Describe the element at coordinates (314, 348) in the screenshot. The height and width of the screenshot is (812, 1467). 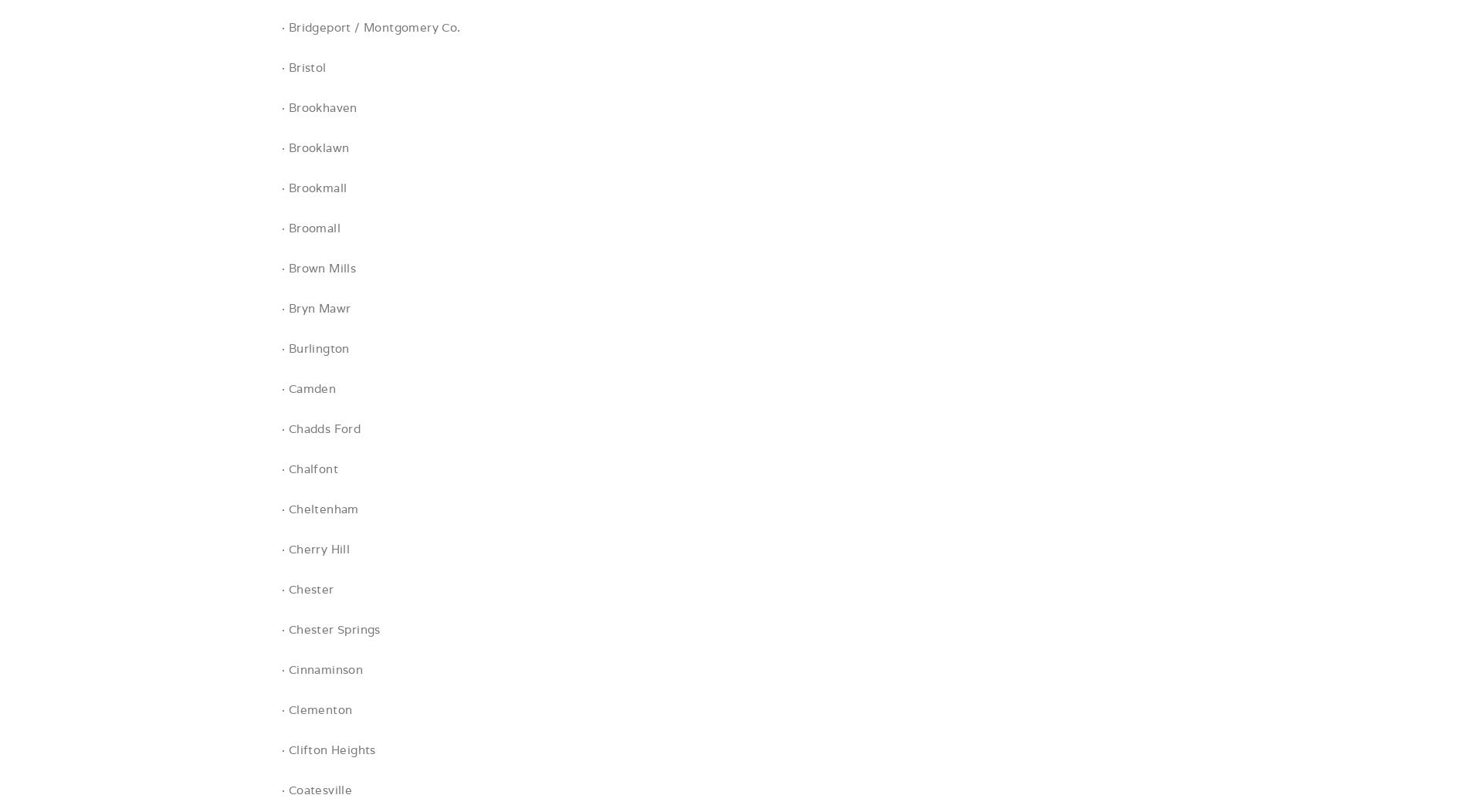
I see `'· Burlington'` at that location.